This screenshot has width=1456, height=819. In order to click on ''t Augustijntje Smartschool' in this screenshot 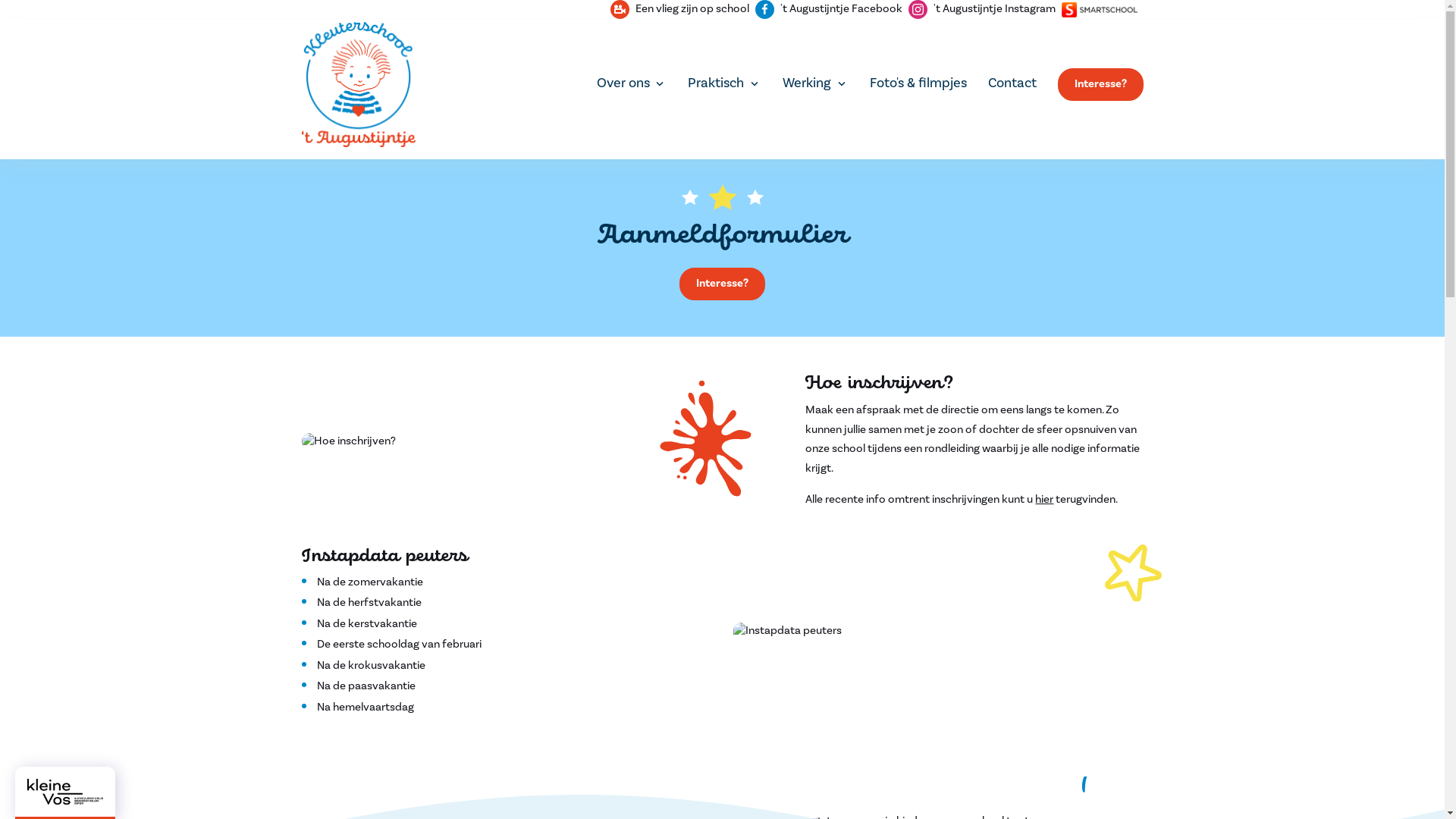, I will do `click(1099, 8)`.